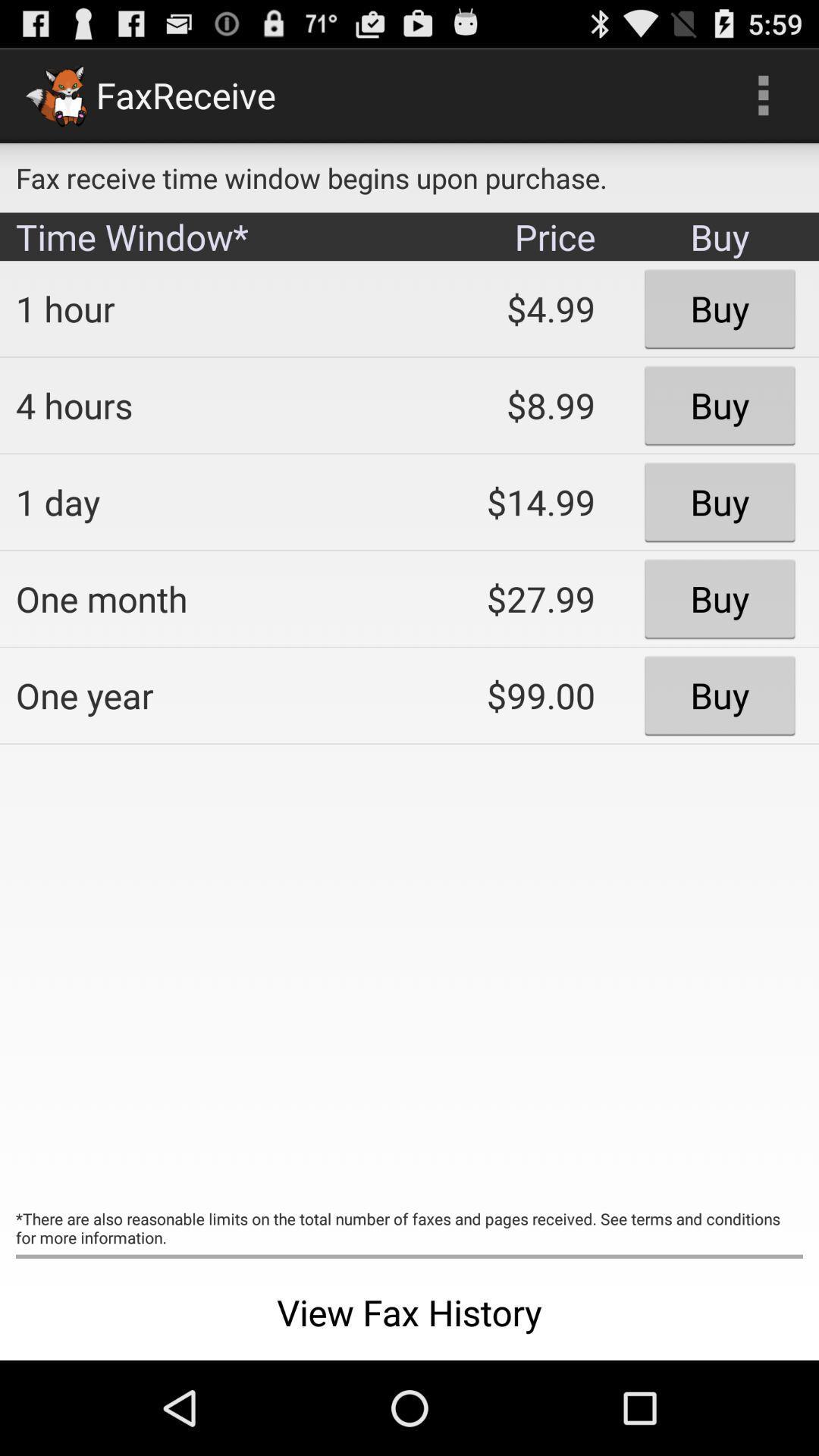 This screenshot has width=819, height=1456. I want to click on icon above 4 hours, so click(201, 308).